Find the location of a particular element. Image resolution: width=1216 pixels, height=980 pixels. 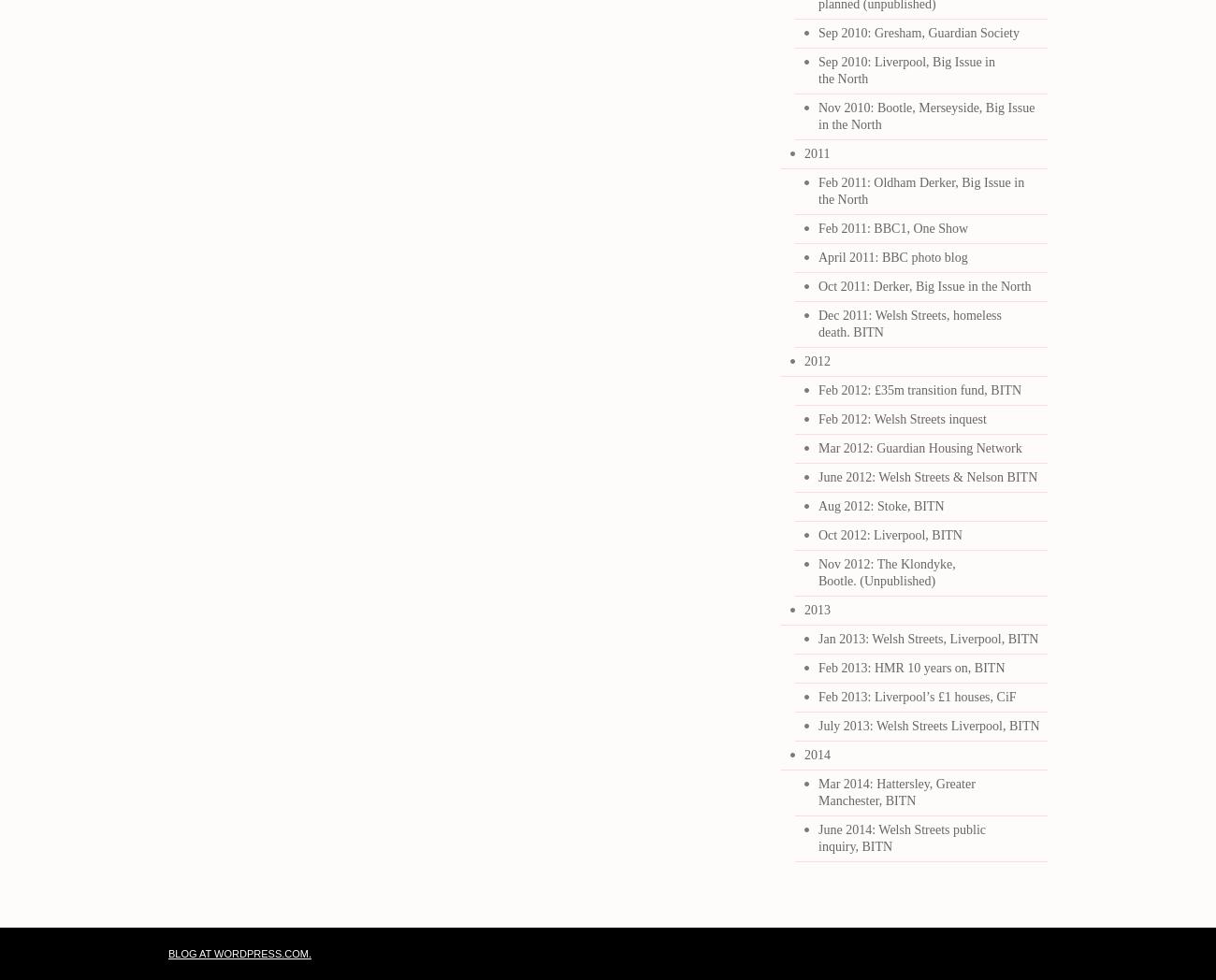

'Sep 2010: Gresham, Guardian Society' is located at coordinates (918, 32).